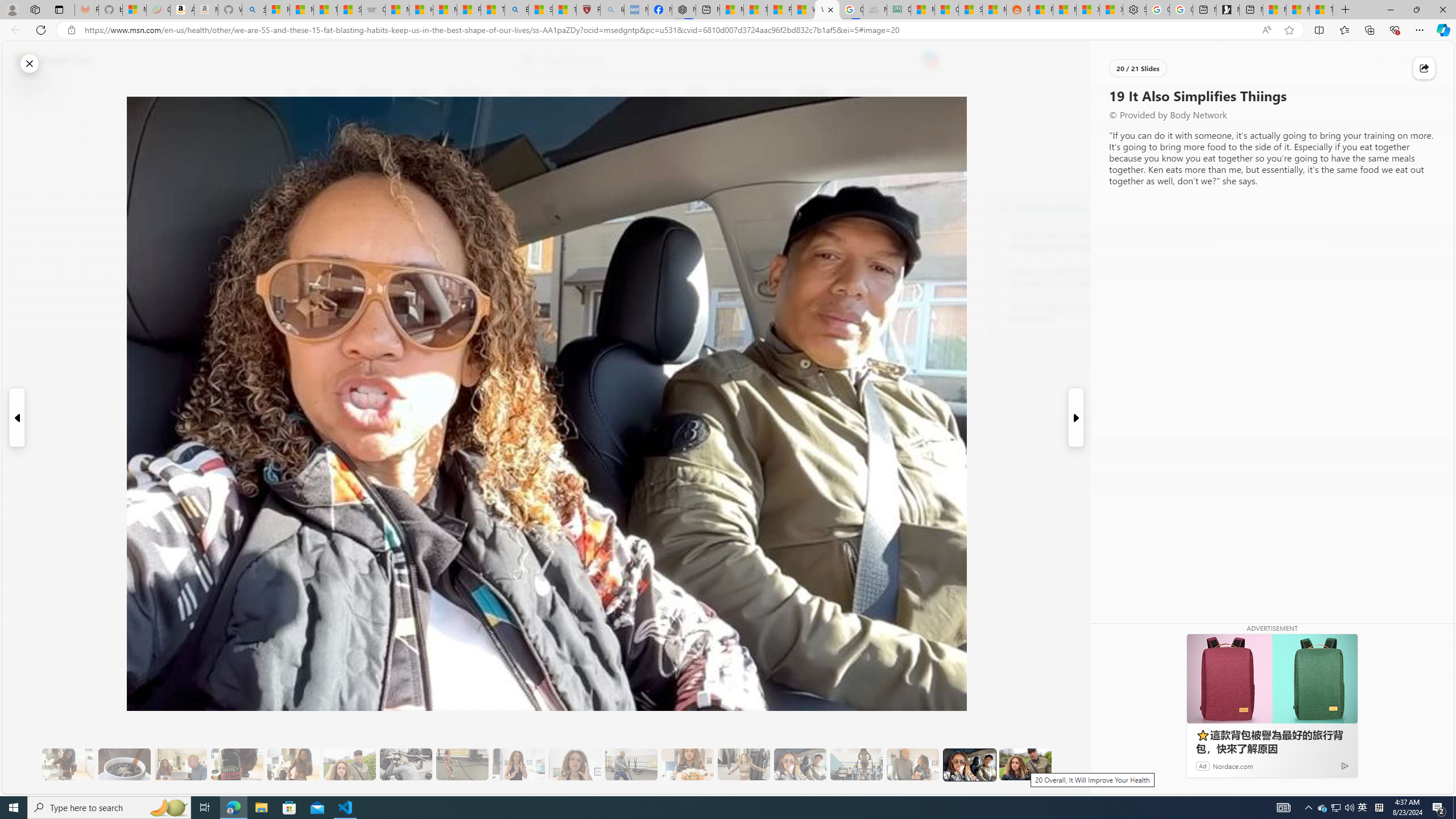 The image size is (1456, 819). I want to click on 'Recipes - MSN', so click(469, 9).